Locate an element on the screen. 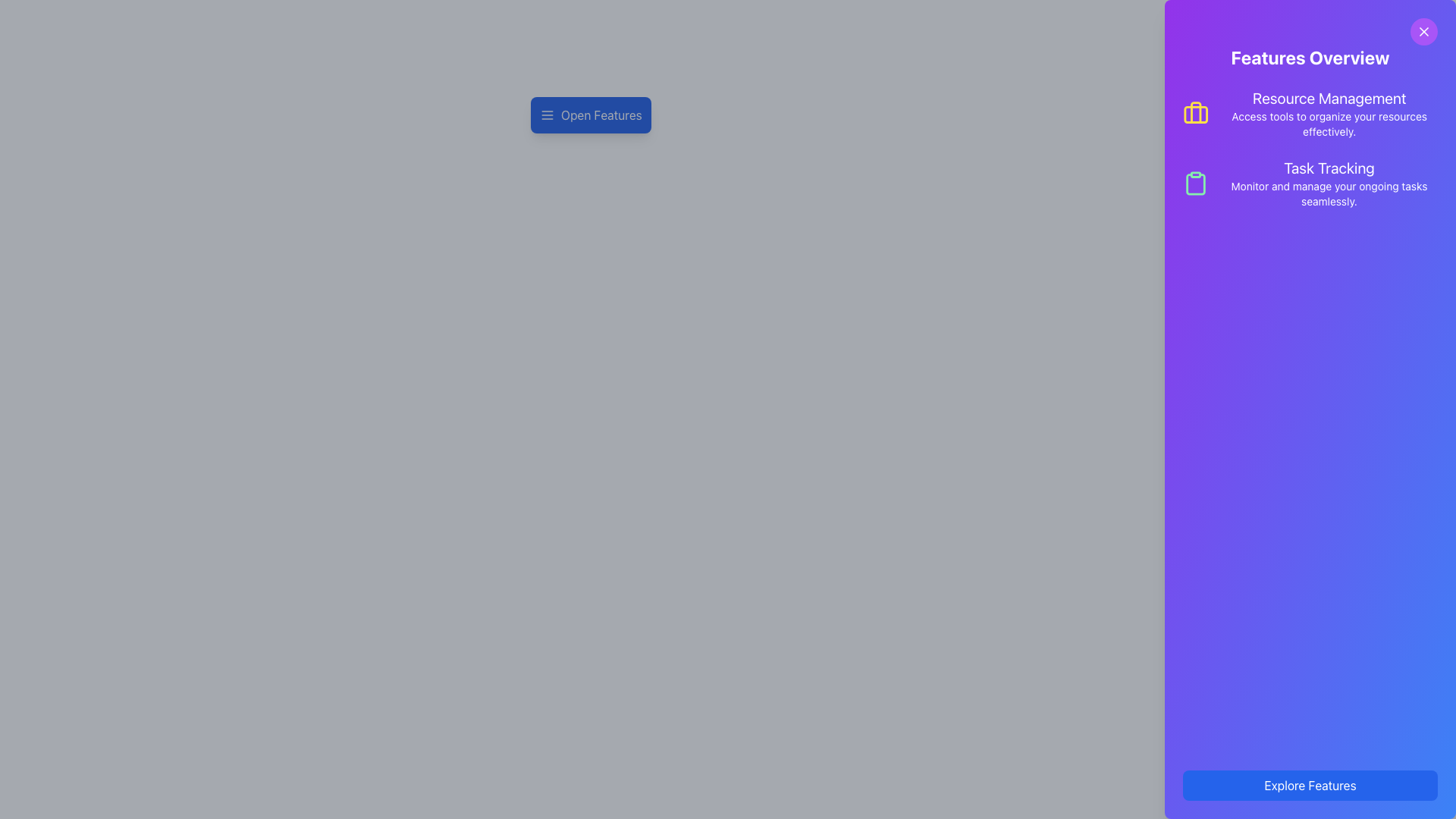  the Informative UI block located under the 'Features Overview' section, which introduces the resource management tools available in the application is located at coordinates (1310, 113).